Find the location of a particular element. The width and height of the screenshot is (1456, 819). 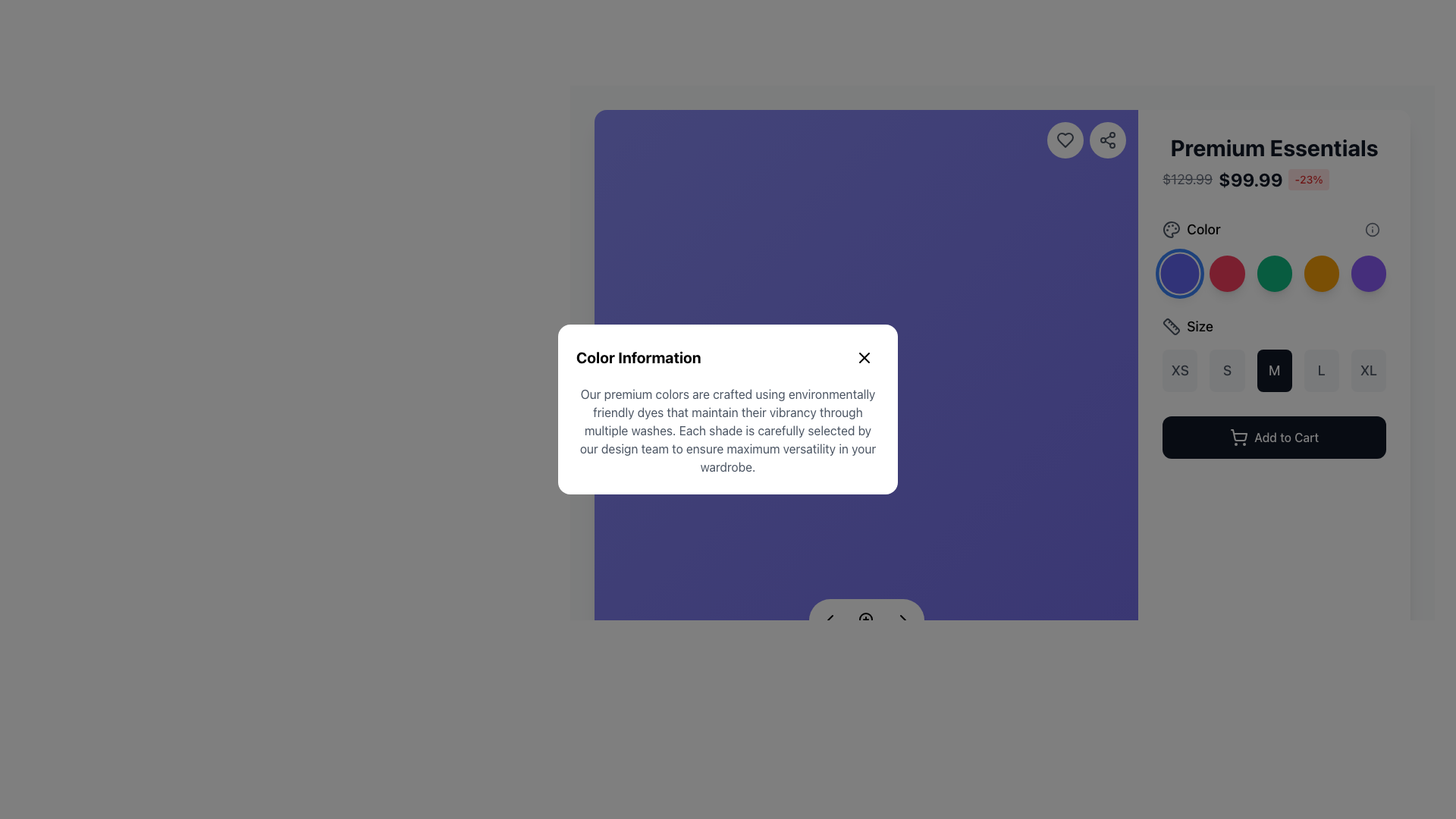

the cross-shaped icon at the top-right corner of the 'Color Information' dialog box is located at coordinates (864, 357).